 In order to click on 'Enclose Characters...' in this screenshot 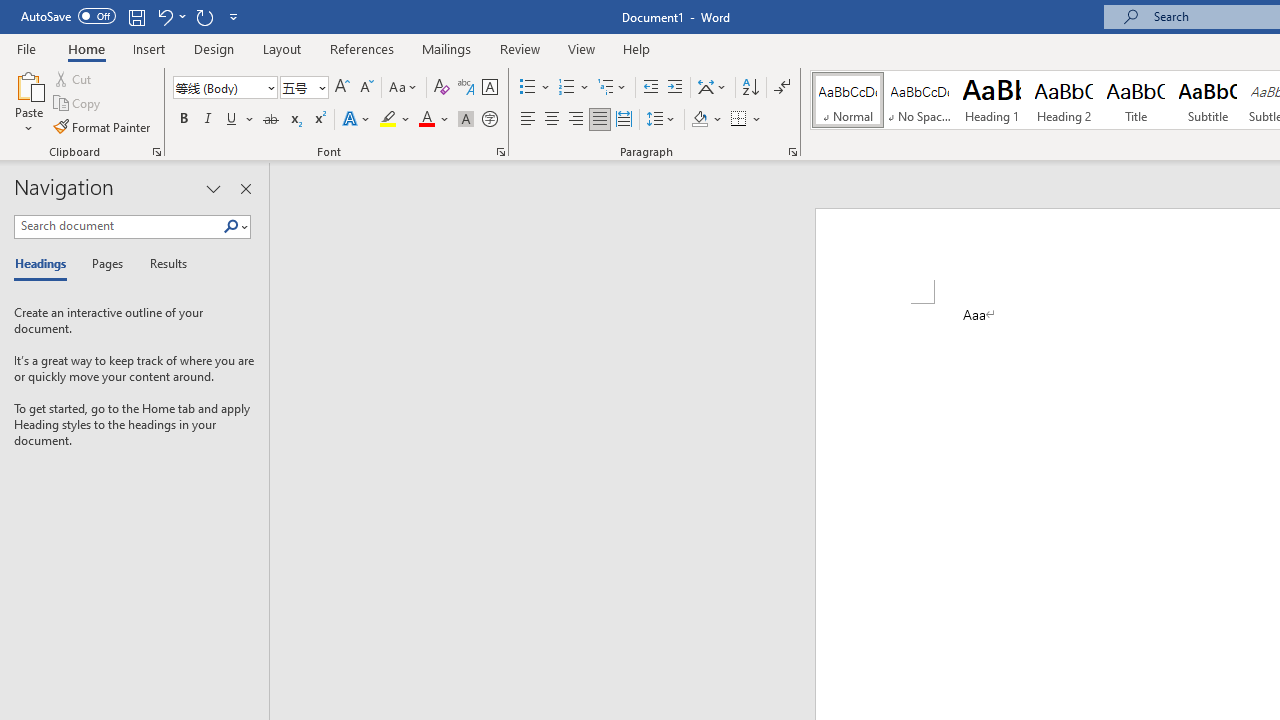, I will do `click(489, 119)`.